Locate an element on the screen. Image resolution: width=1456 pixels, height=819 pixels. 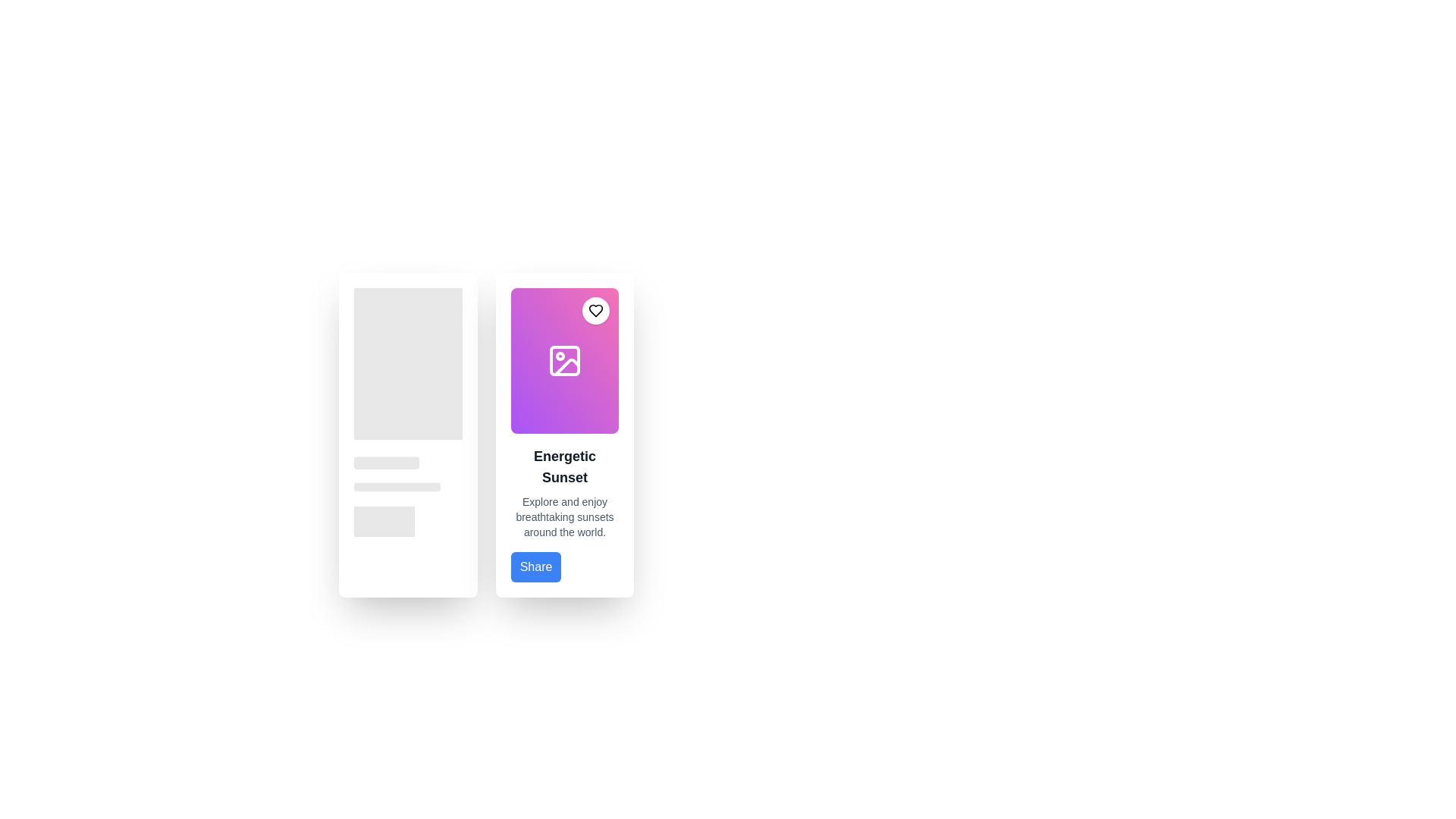
the Skeleton loading placeholder, which is the second element from the top in the leftmost card of the interface, representing content that is yet to be loaded is located at coordinates (408, 461).